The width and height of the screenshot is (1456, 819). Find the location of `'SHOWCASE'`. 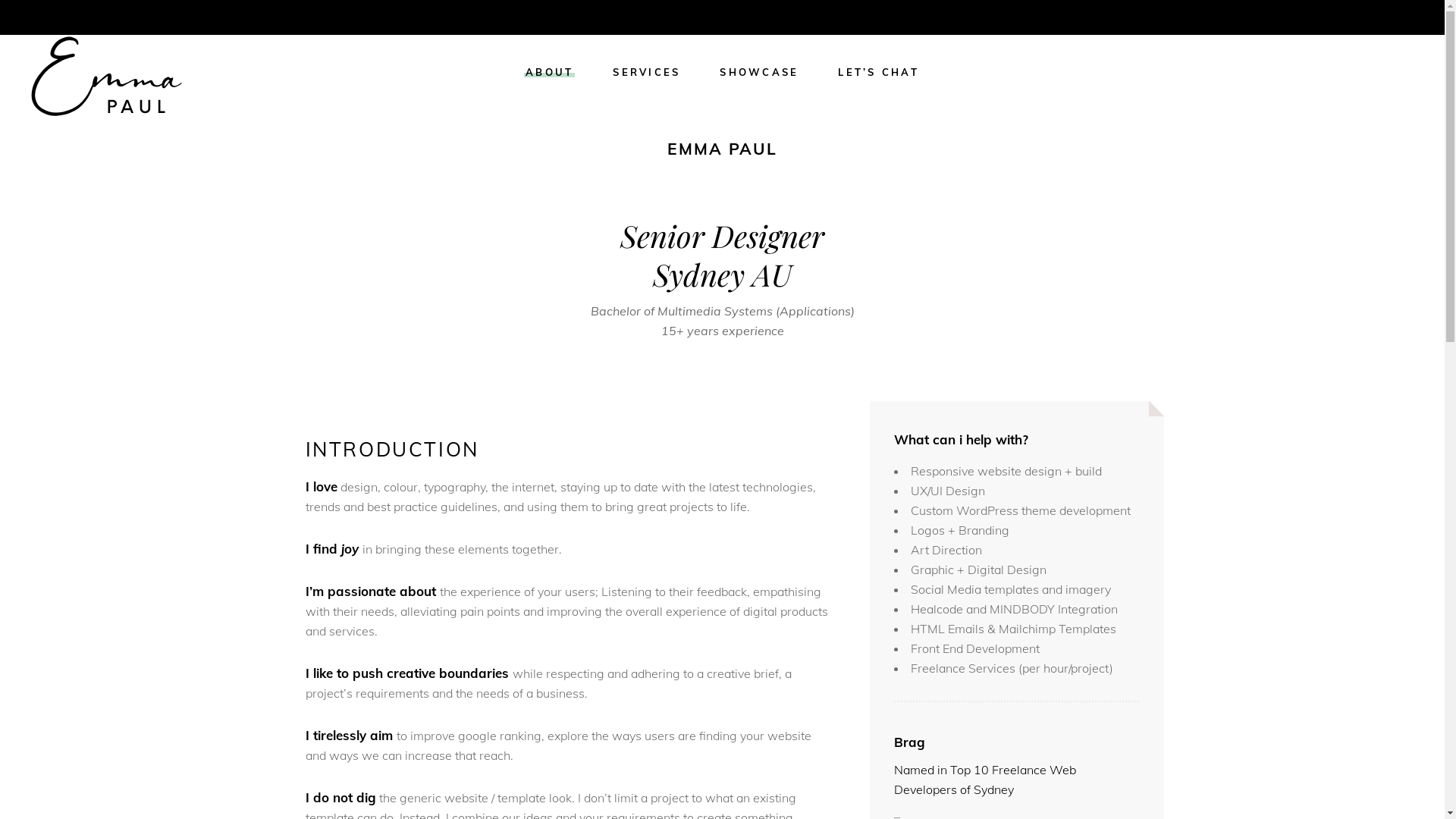

'SHOWCASE' is located at coordinates (698, 73).